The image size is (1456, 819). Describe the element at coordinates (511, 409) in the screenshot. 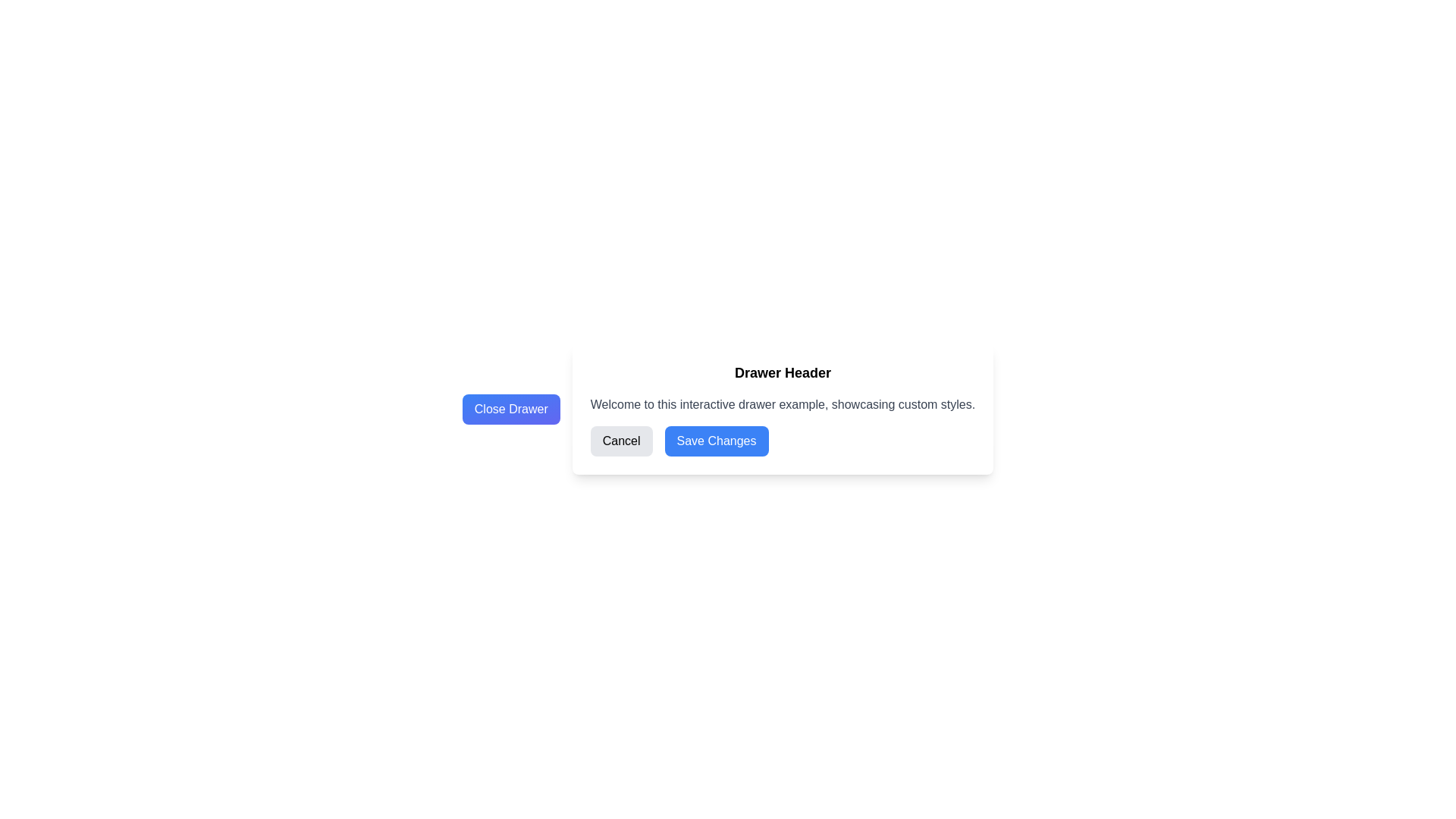

I see `the 'Close Drawer' button, which has a gradient background from blue to indigo and is positioned to the left of the drawer content` at that location.